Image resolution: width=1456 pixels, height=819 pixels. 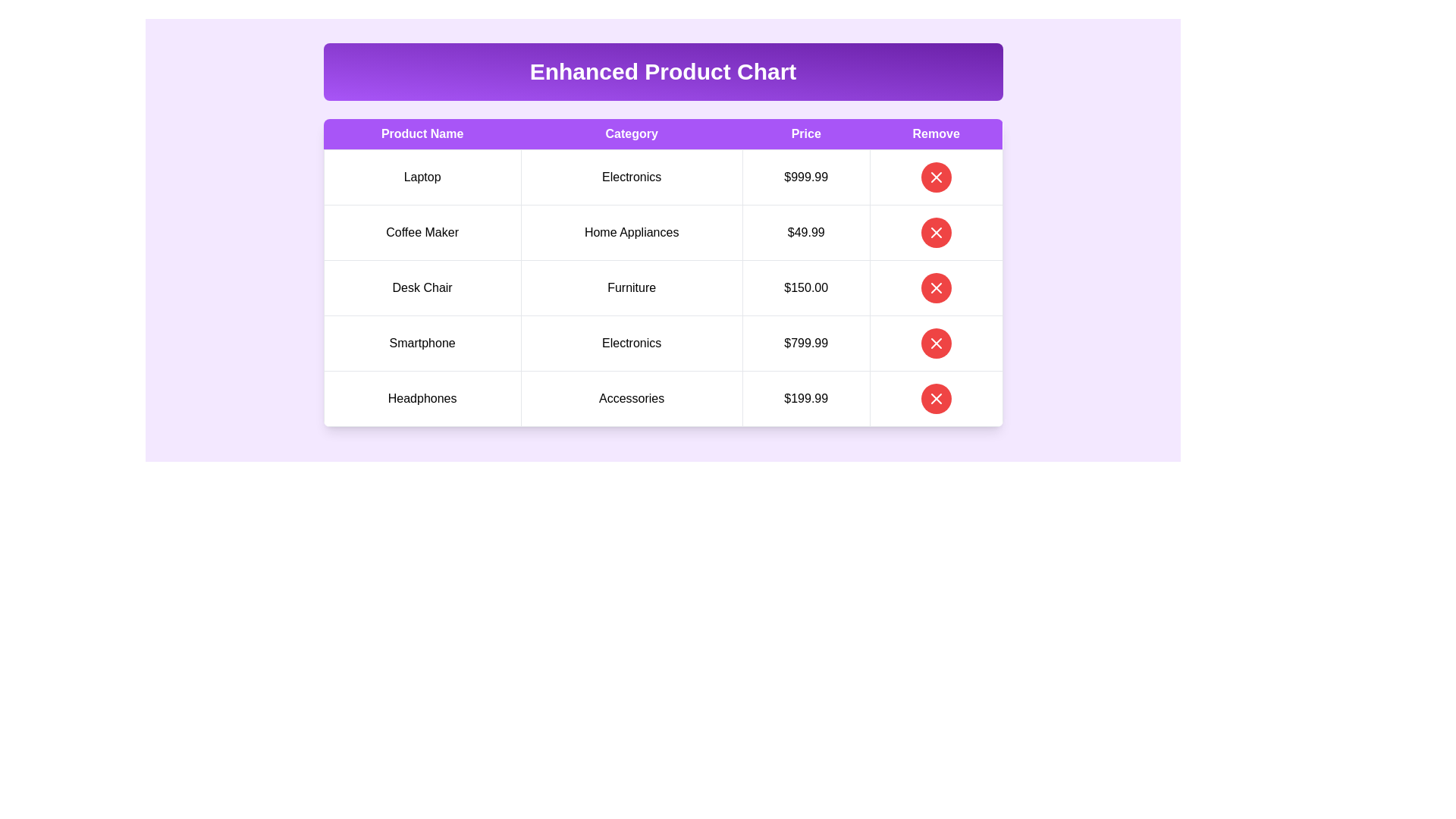 I want to click on the circular red button with a white 'X' icon in the 'Remove' column of the second row, so click(x=935, y=233).